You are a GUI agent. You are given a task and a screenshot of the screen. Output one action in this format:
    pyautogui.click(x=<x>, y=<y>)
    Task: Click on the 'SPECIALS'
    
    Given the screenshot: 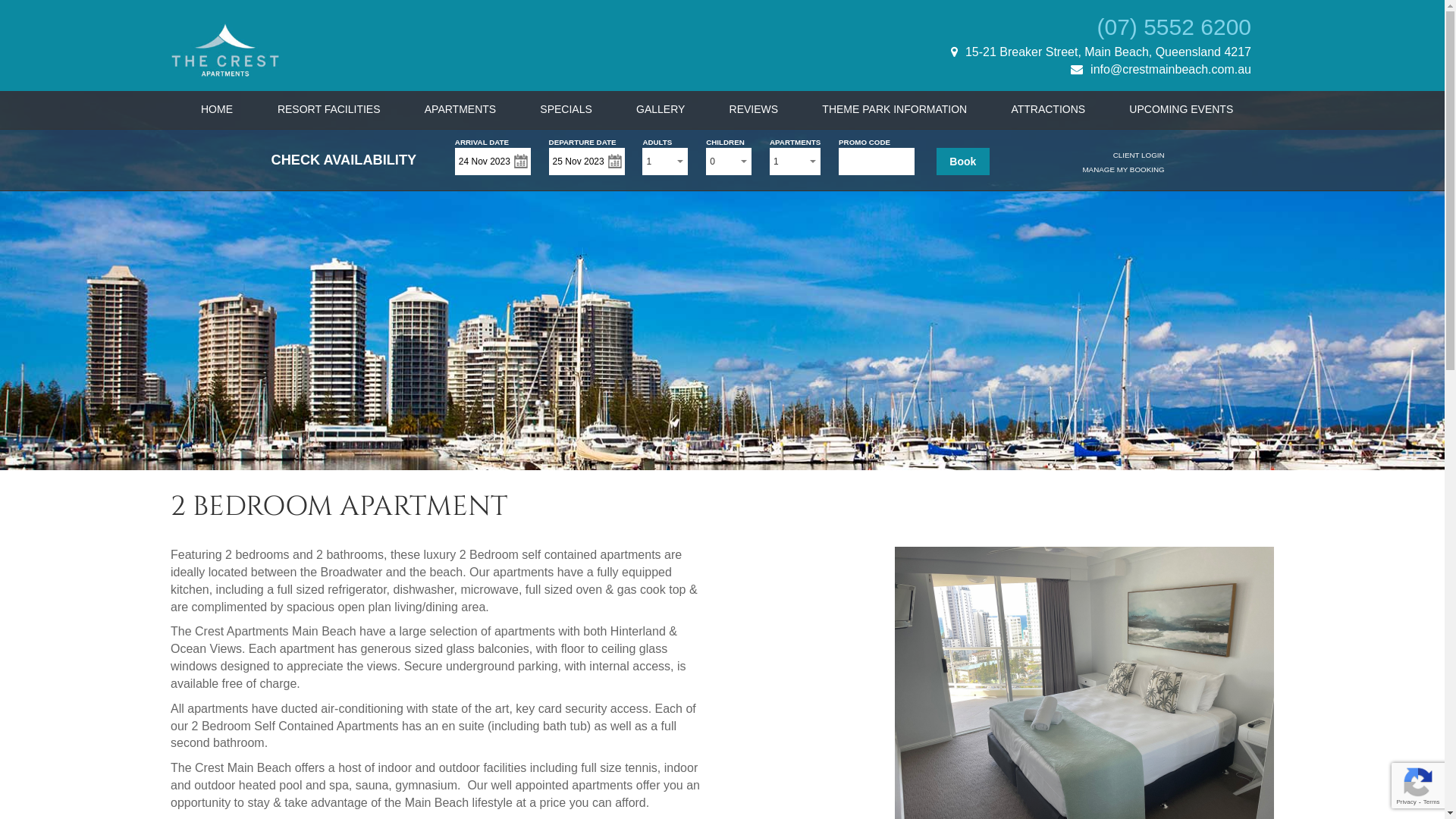 What is the action you would take?
    pyautogui.click(x=564, y=108)
    